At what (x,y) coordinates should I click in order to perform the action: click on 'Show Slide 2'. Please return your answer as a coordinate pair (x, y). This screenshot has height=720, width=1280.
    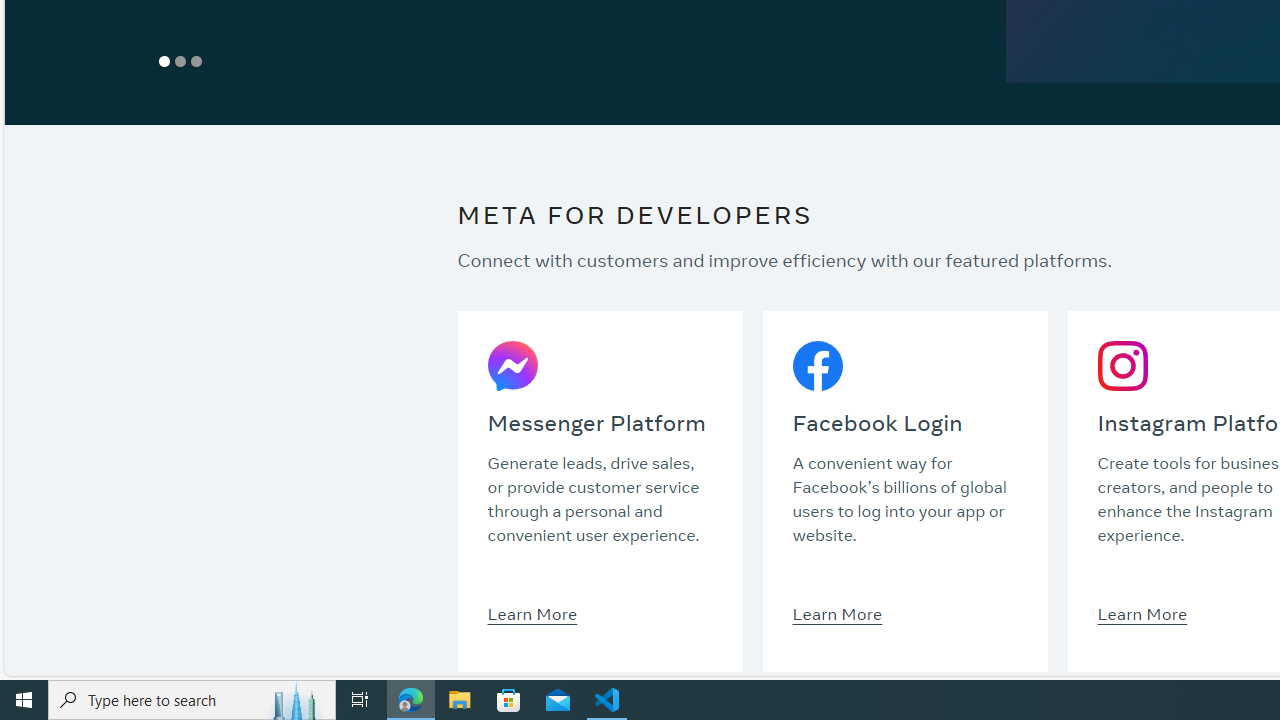
    Looking at the image, I should click on (181, 60).